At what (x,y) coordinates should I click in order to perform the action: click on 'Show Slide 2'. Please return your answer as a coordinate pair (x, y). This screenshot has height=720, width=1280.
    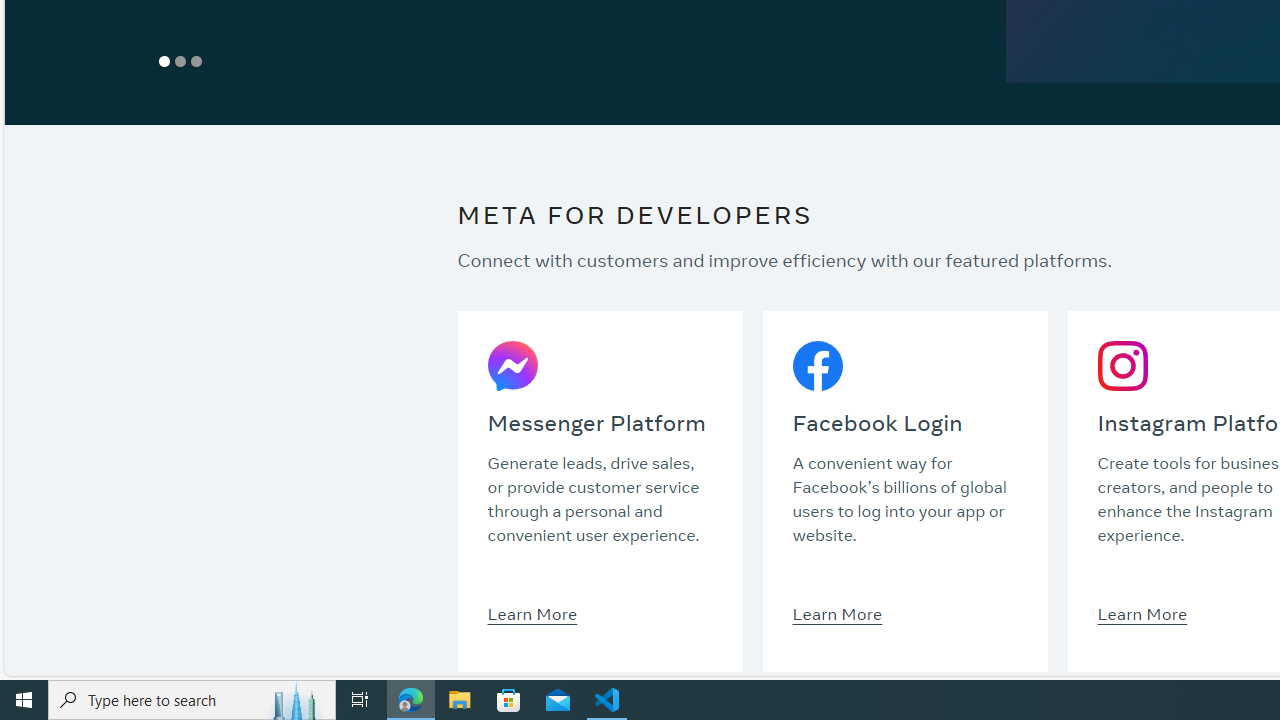
    Looking at the image, I should click on (181, 60).